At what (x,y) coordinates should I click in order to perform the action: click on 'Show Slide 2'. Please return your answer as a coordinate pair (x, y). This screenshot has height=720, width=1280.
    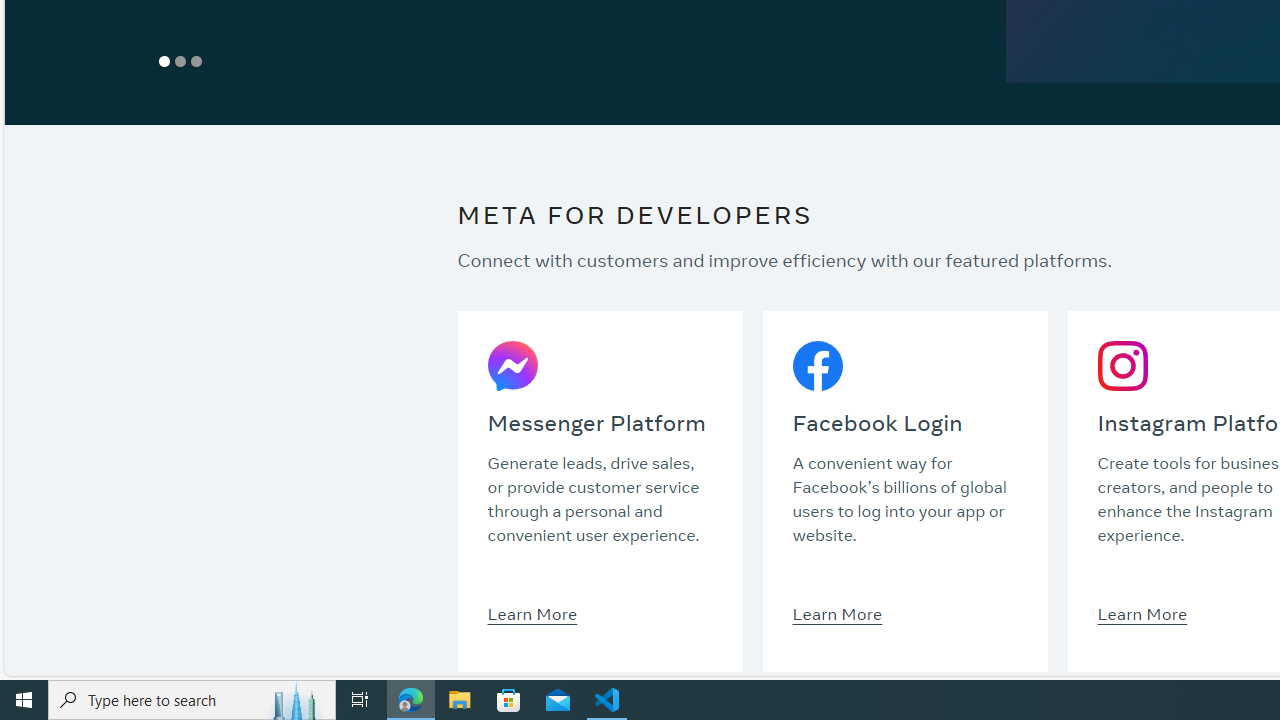
    Looking at the image, I should click on (181, 60).